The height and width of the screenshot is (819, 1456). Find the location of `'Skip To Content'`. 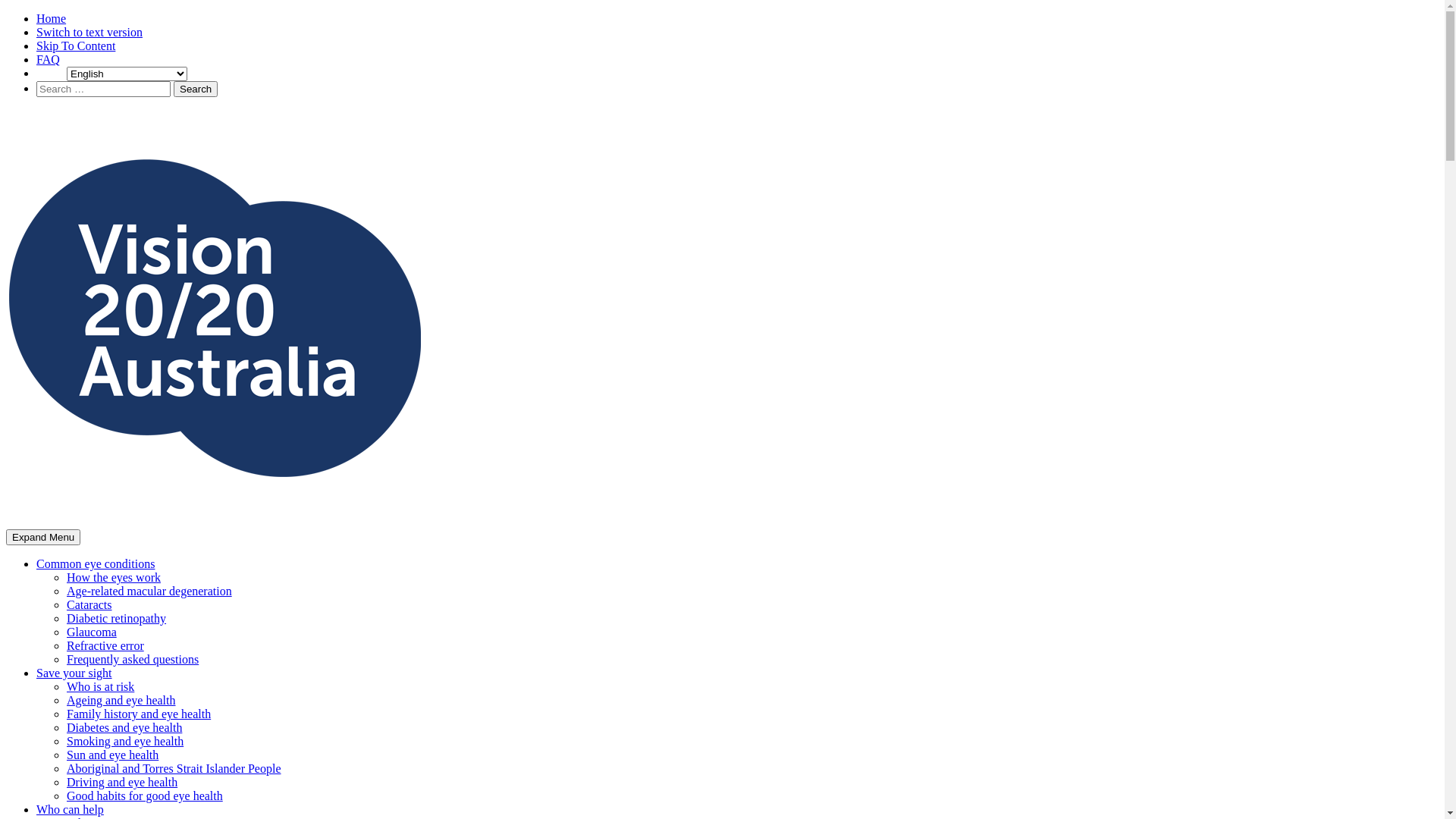

'Skip To Content' is located at coordinates (75, 45).